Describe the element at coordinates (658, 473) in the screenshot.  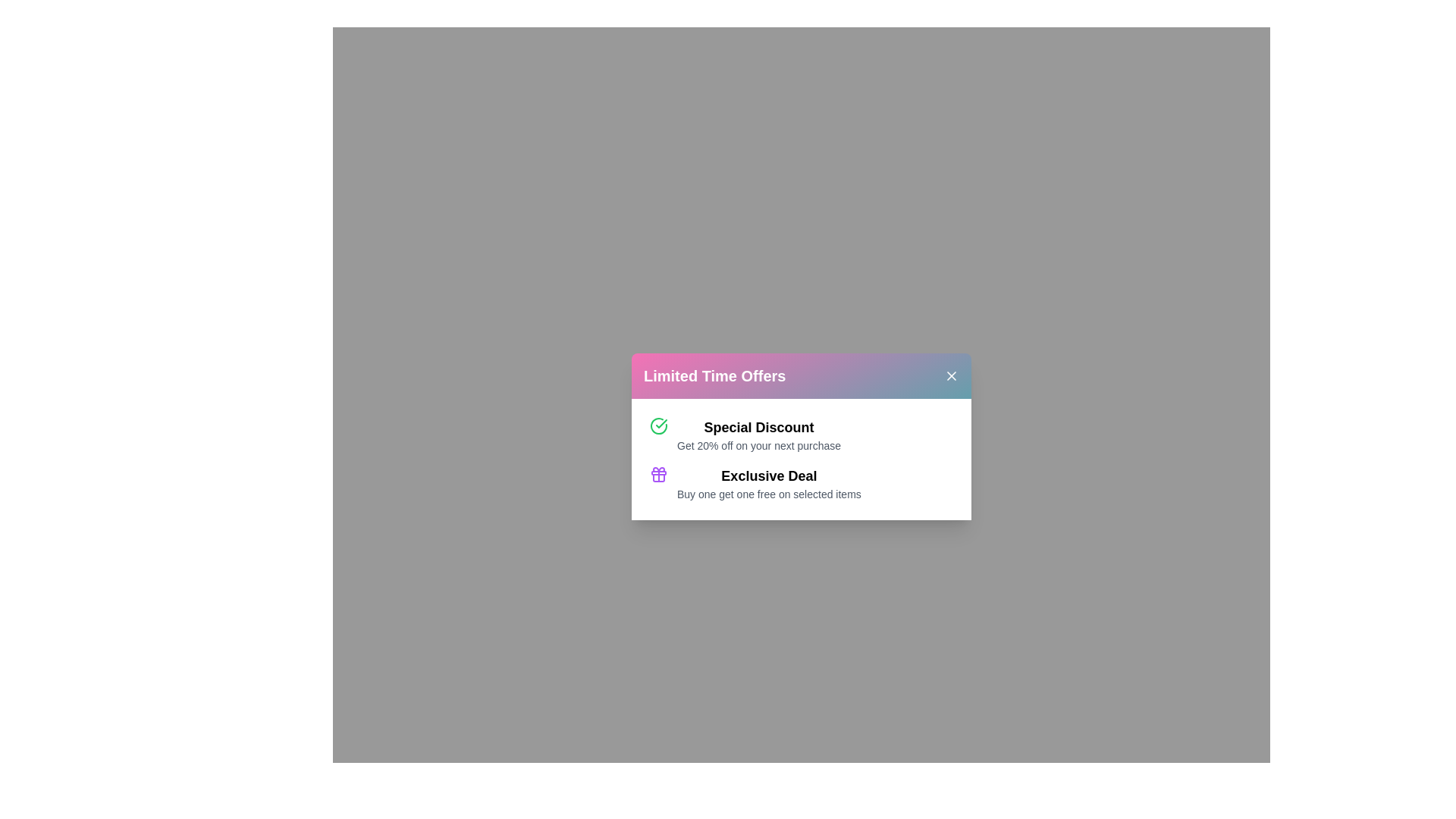
I see `the Exclusive Deal icon to interact with it` at that location.